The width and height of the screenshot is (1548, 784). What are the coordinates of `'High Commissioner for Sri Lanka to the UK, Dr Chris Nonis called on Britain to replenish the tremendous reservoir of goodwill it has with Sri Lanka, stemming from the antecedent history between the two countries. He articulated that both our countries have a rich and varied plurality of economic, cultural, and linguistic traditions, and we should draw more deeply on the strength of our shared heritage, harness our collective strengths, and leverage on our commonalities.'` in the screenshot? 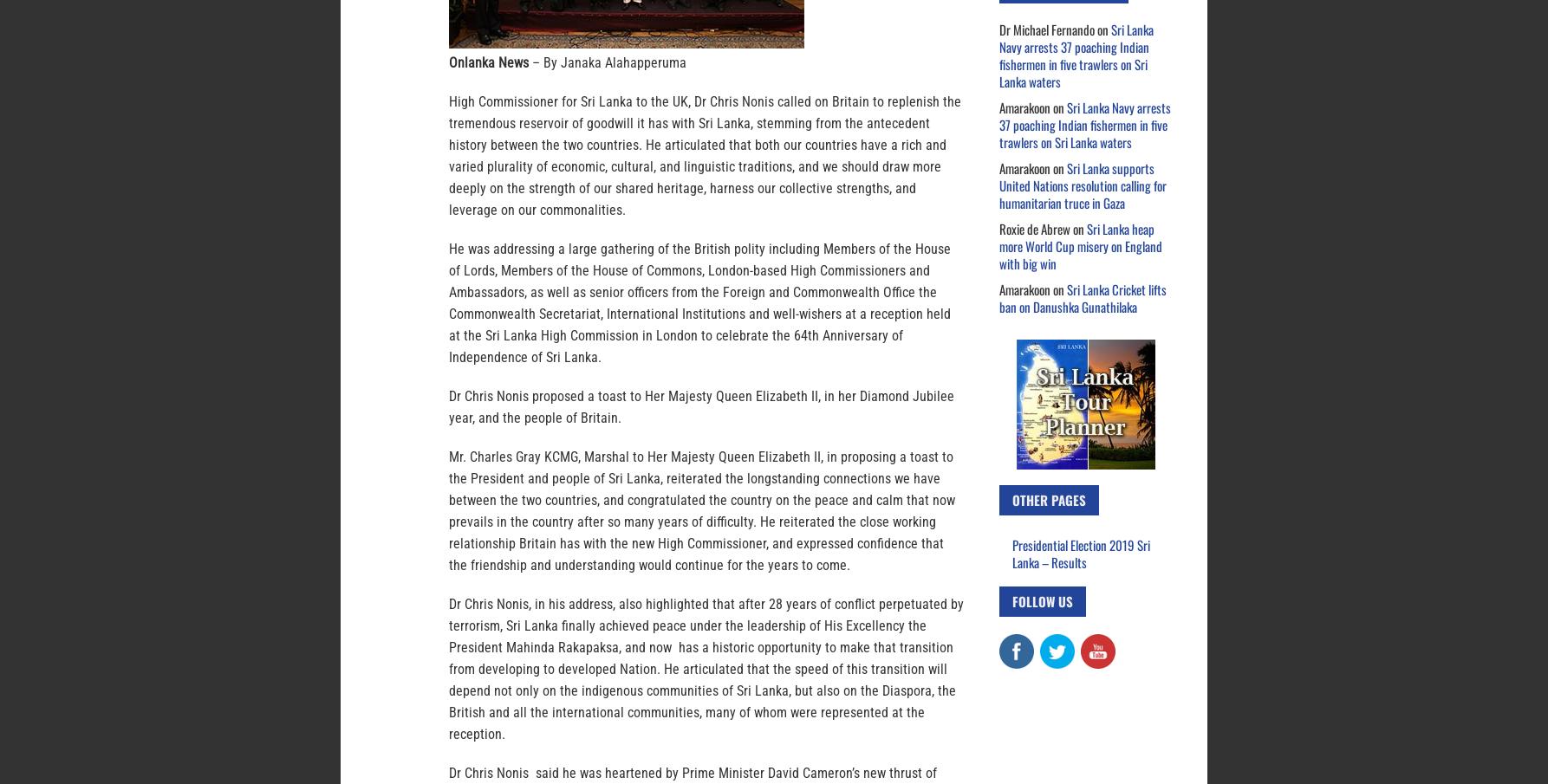 It's located at (704, 156).